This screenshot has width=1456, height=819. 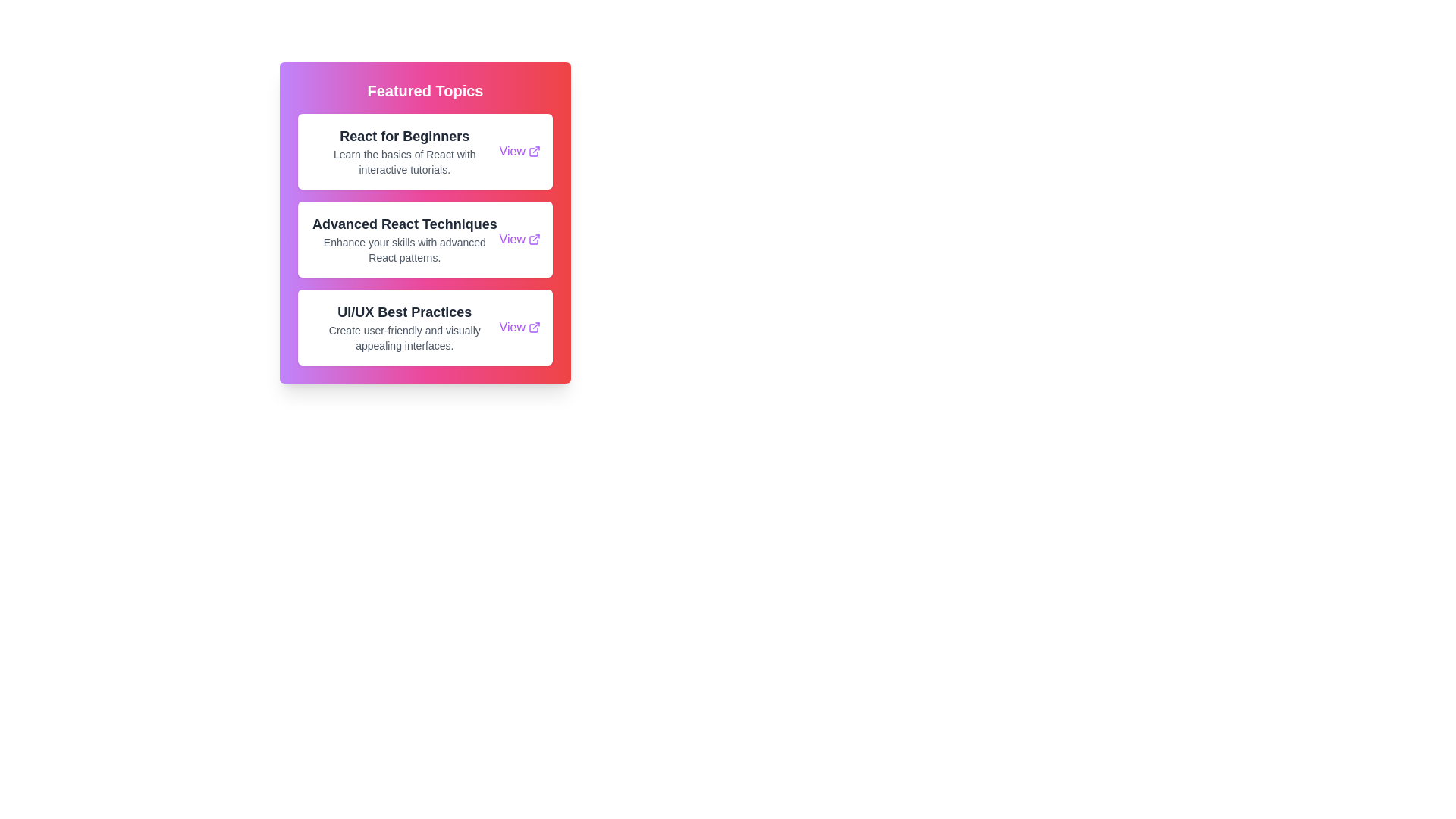 What do you see at coordinates (425, 152) in the screenshot?
I see `displayed text and details from the Informational Card titled 'React for Beginners', which is the first card in the 'Featured Topics' section` at bounding box center [425, 152].